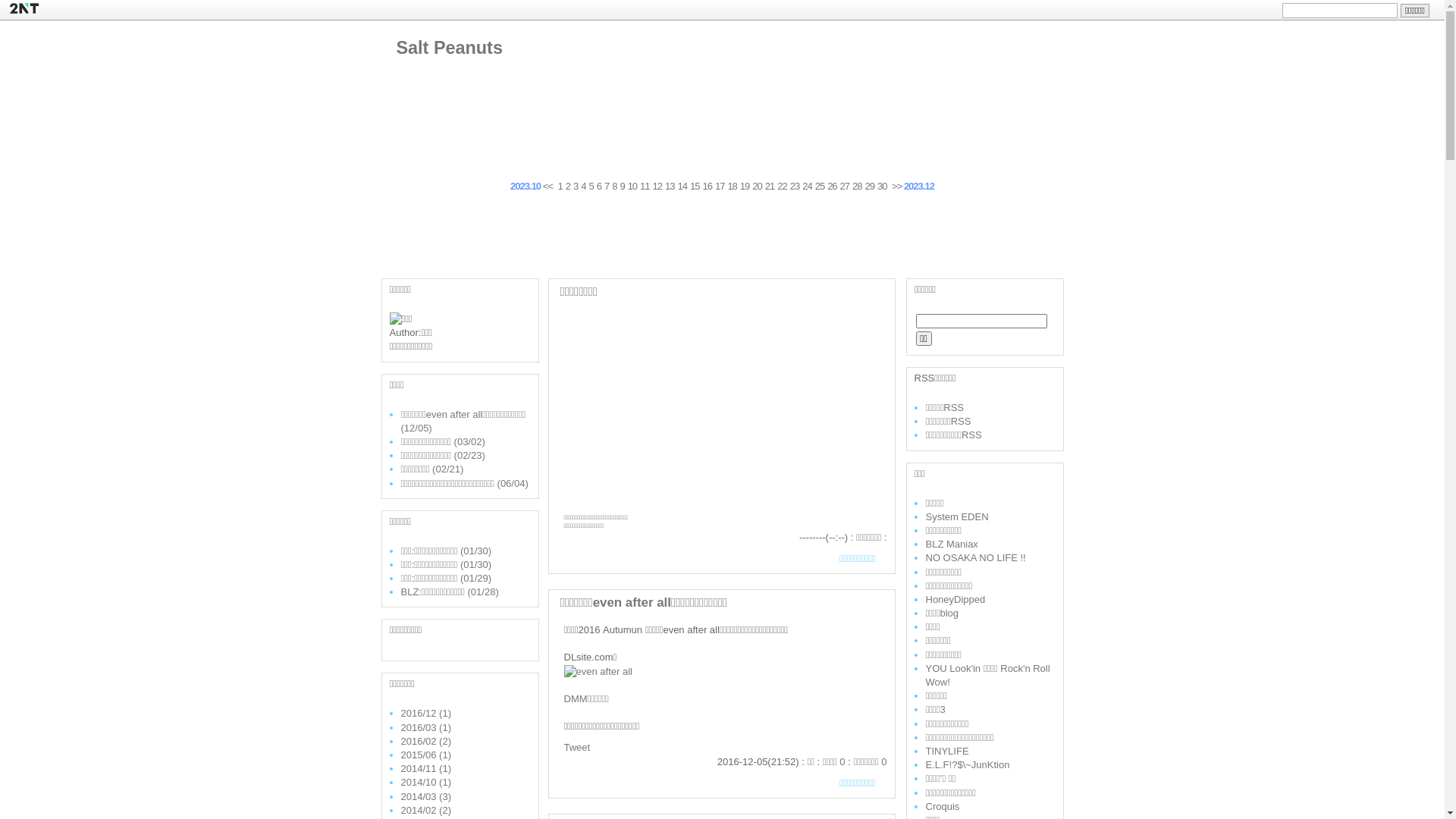  What do you see at coordinates (425, 755) in the screenshot?
I see `'2015/06 (1)'` at bounding box center [425, 755].